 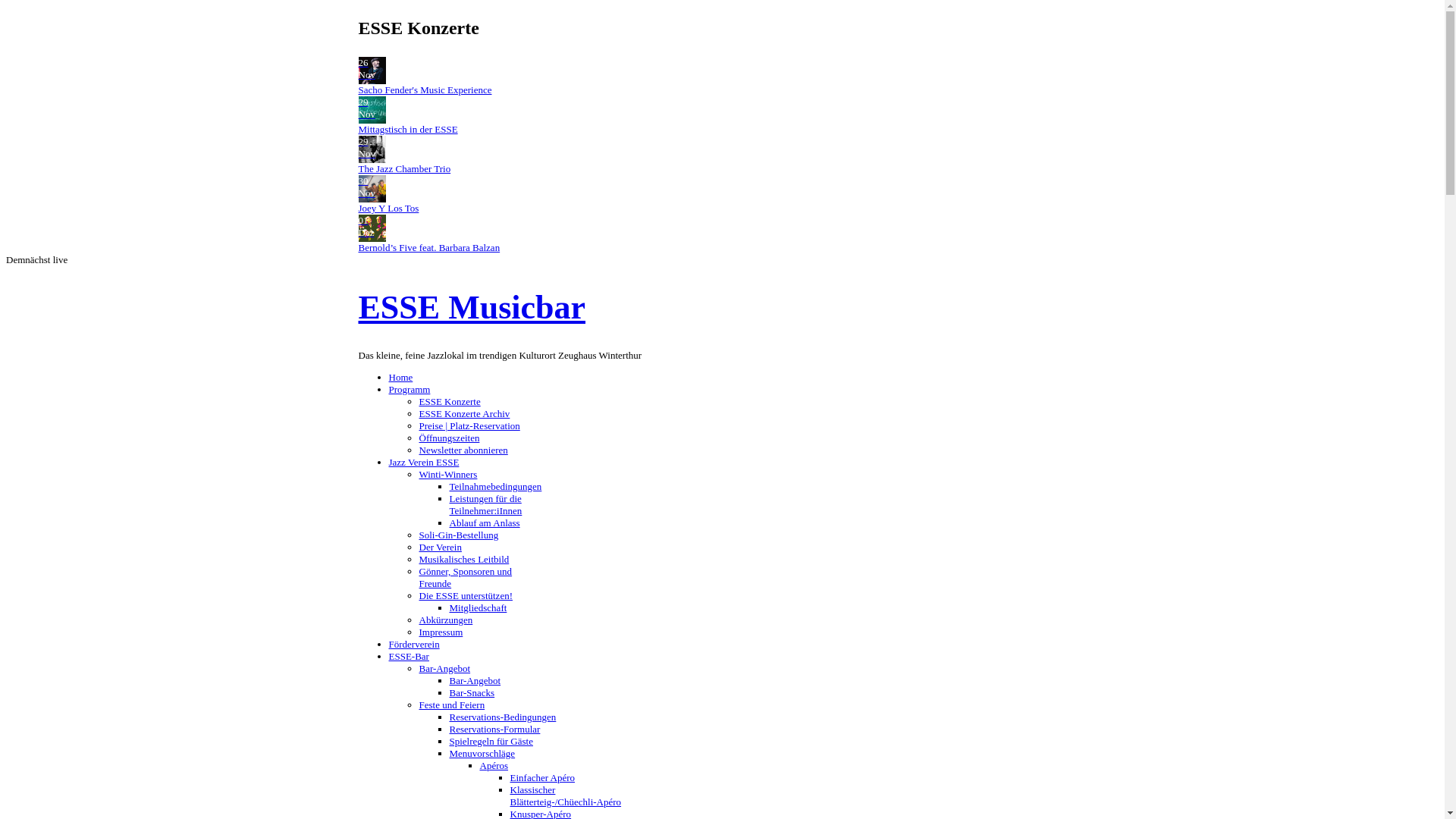 I want to click on '26, so click(x=720, y=76).